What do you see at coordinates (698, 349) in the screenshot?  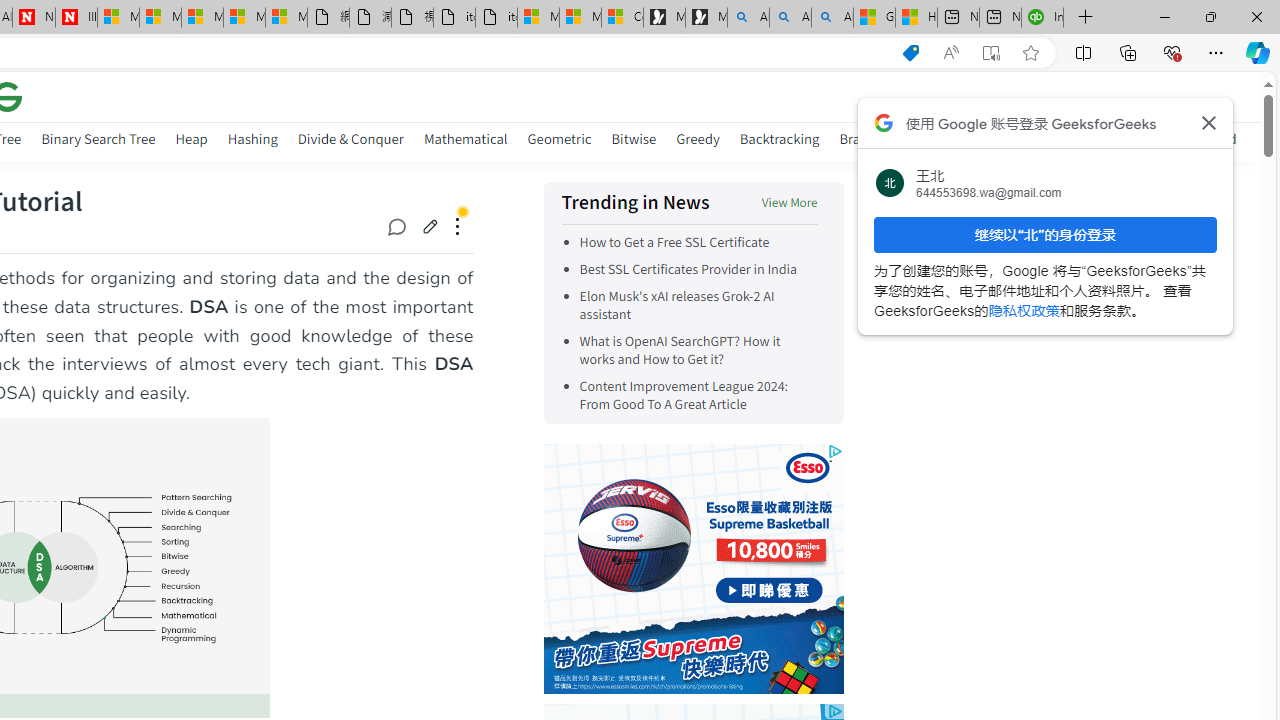 I see `'What is OpenAI SearchGPT? How it works and How to Get it?'` at bounding box center [698, 349].